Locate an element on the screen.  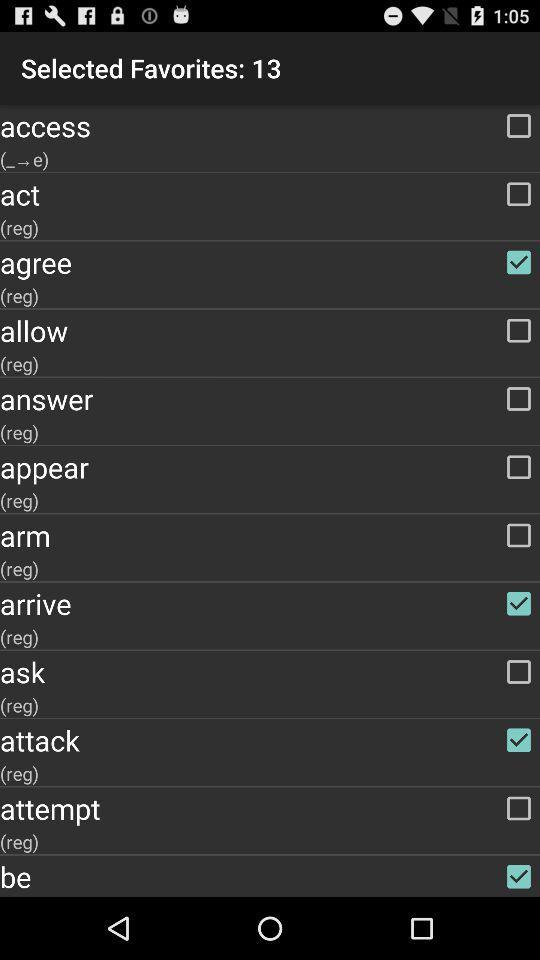
the item above the (reg)  app is located at coordinates (270, 739).